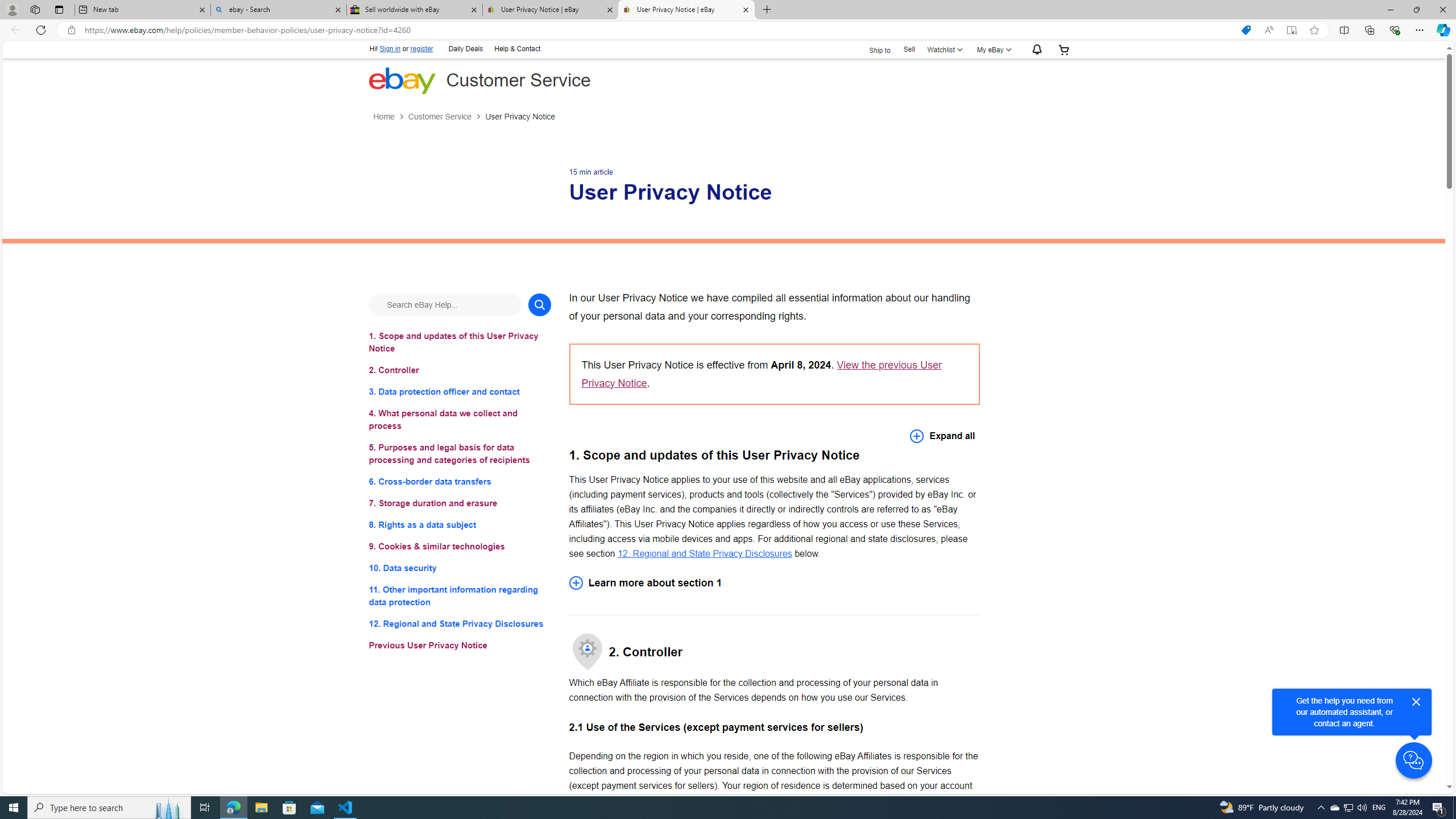 The height and width of the screenshot is (819, 1456). Describe the element at coordinates (459, 596) in the screenshot. I see `'11. Other important information regarding data protection'` at that location.